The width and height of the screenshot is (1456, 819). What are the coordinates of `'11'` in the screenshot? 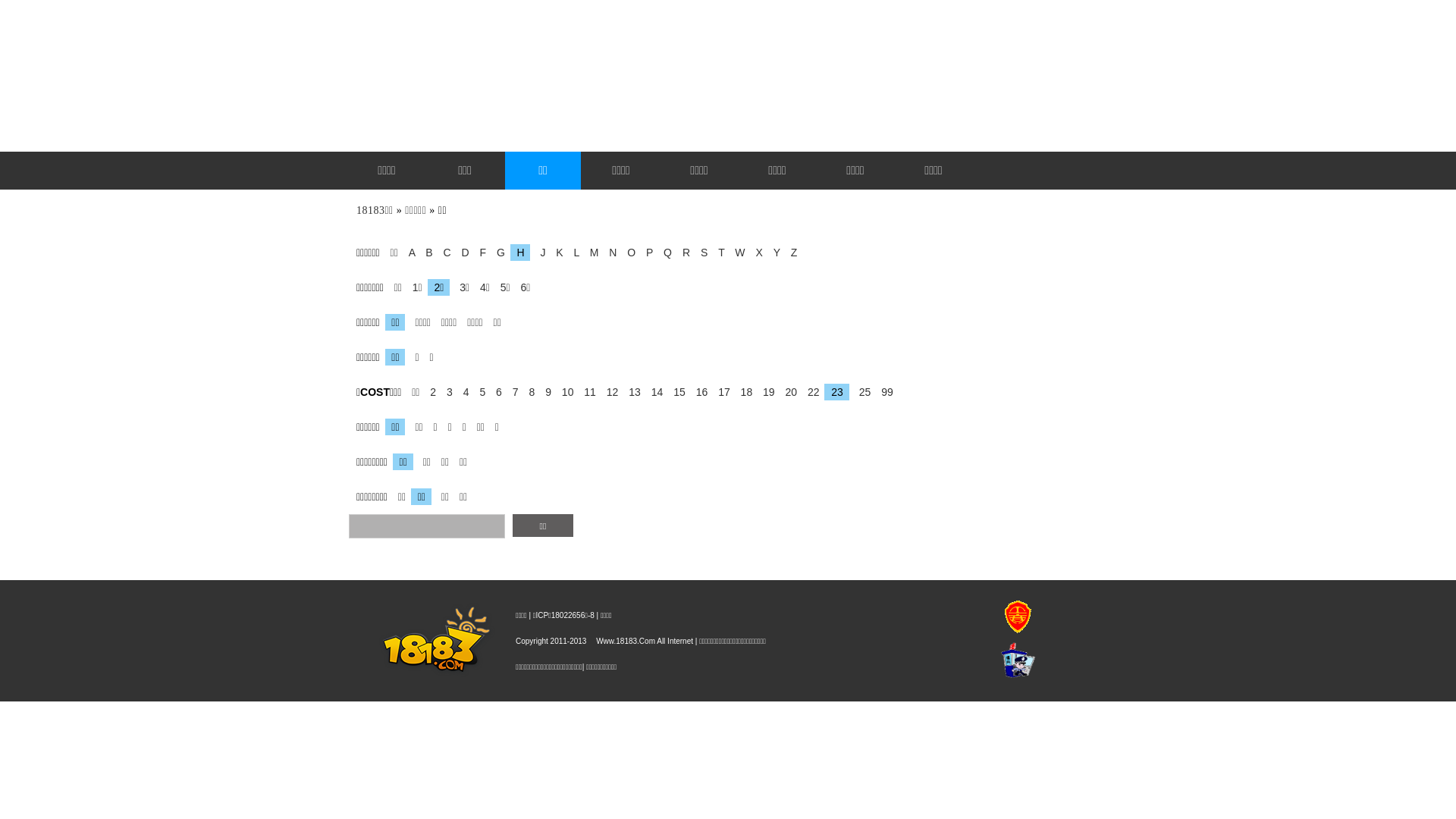 It's located at (585, 391).